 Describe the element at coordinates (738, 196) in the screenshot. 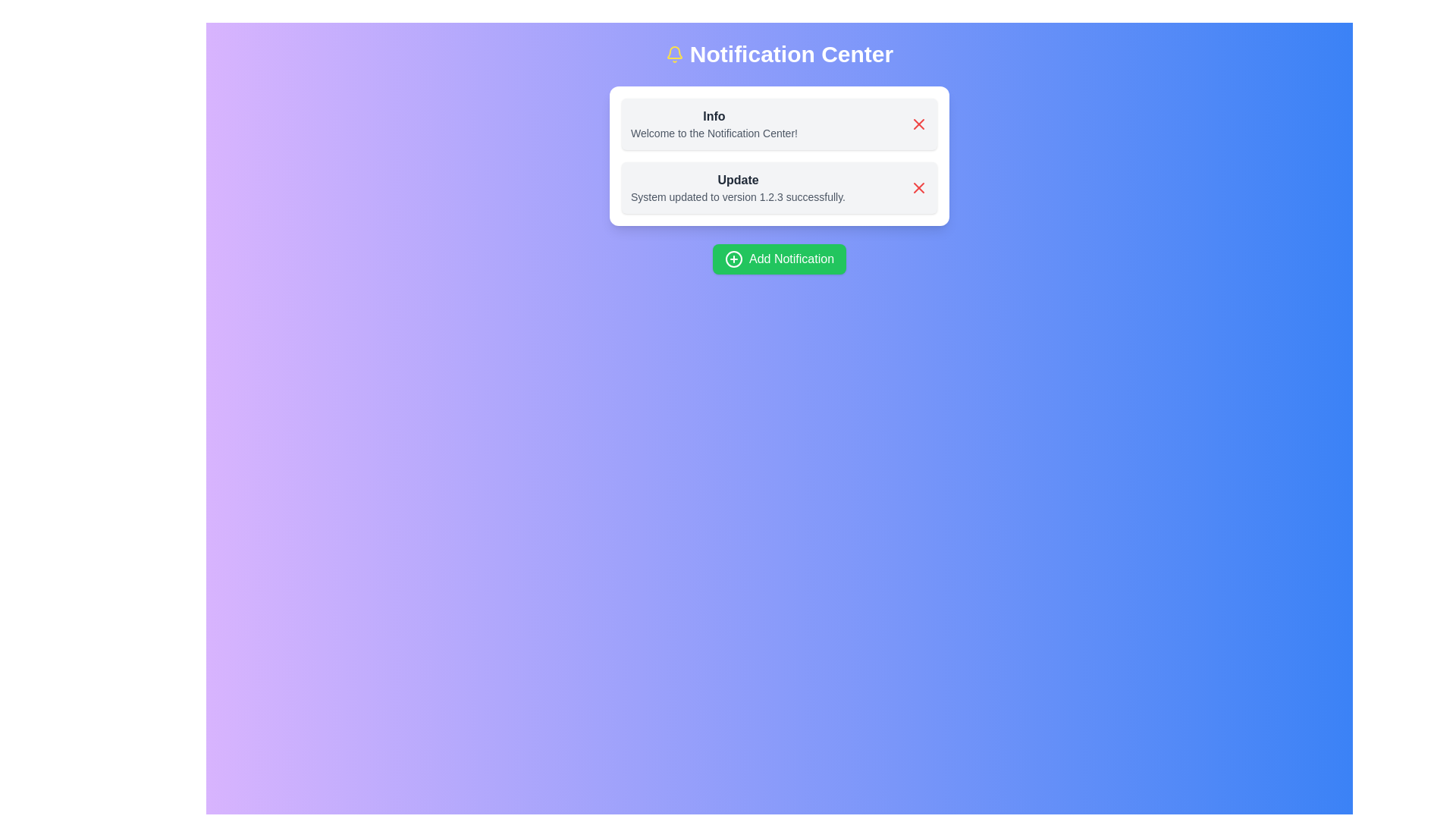

I see `the status message indicating the successful update of the system to version 1.2.3, located beneath the heading 'Update'` at that location.